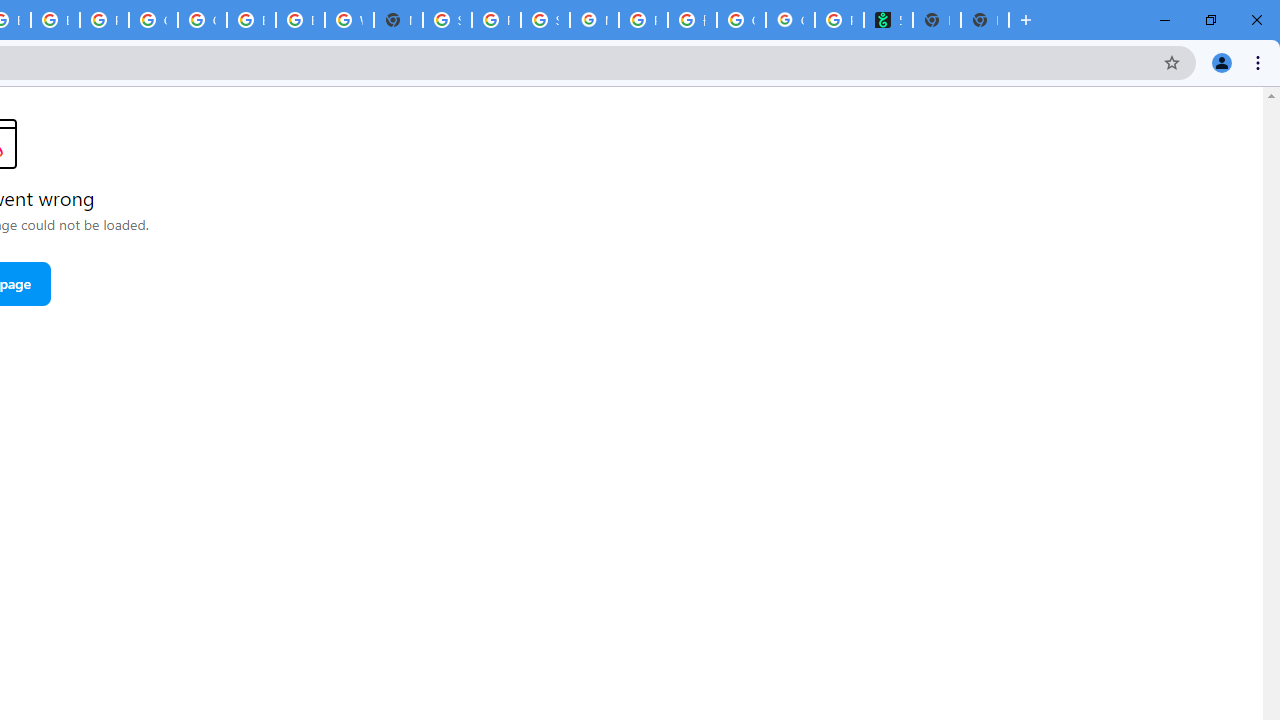 Image resolution: width=1280 pixels, height=720 pixels. Describe the element at coordinates (202, 20) in the screenshot. I see `'Google Cloud Platform'` at that location.